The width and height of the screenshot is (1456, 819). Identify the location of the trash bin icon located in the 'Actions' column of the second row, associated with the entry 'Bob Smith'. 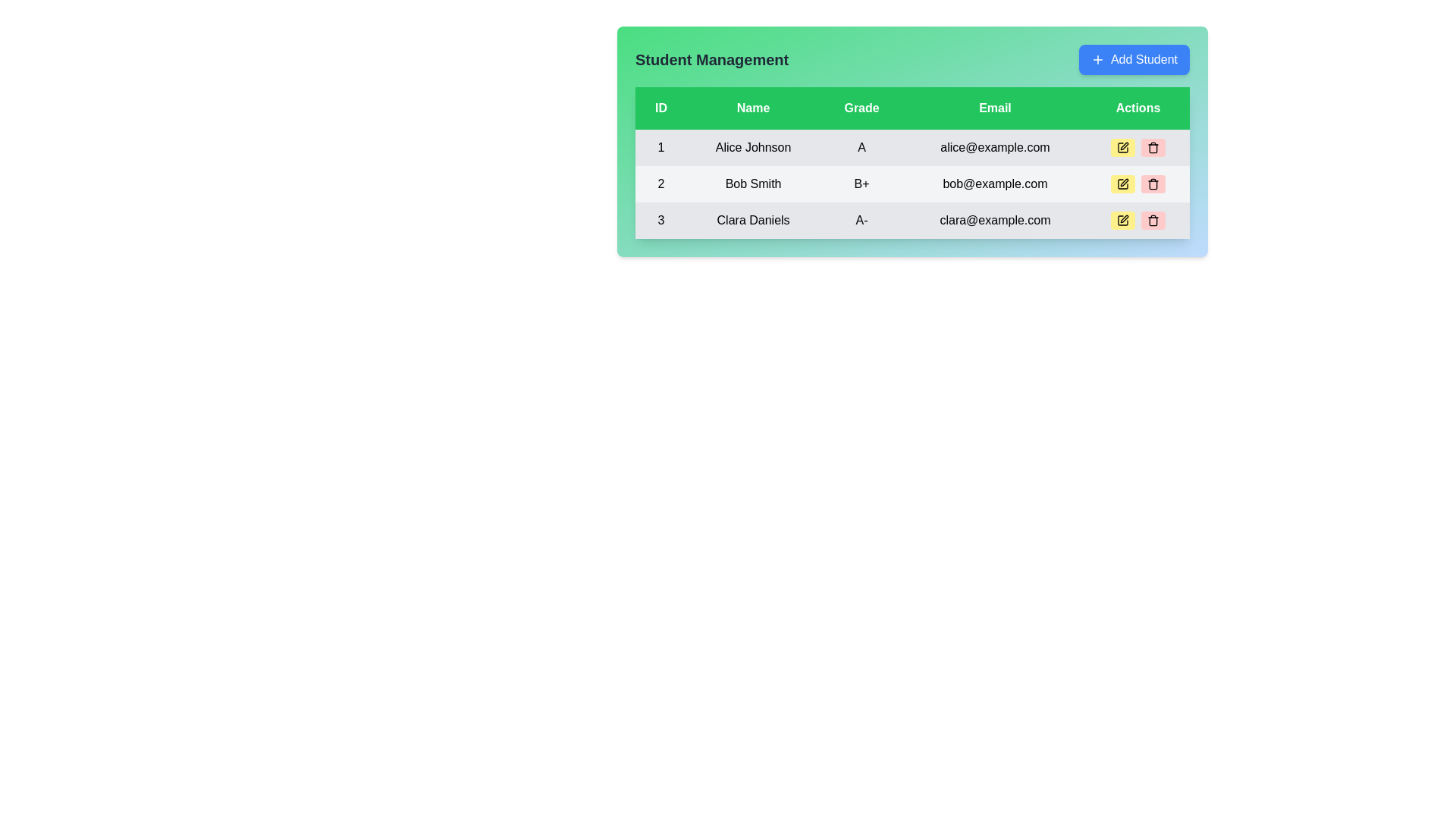
(1153, 184).